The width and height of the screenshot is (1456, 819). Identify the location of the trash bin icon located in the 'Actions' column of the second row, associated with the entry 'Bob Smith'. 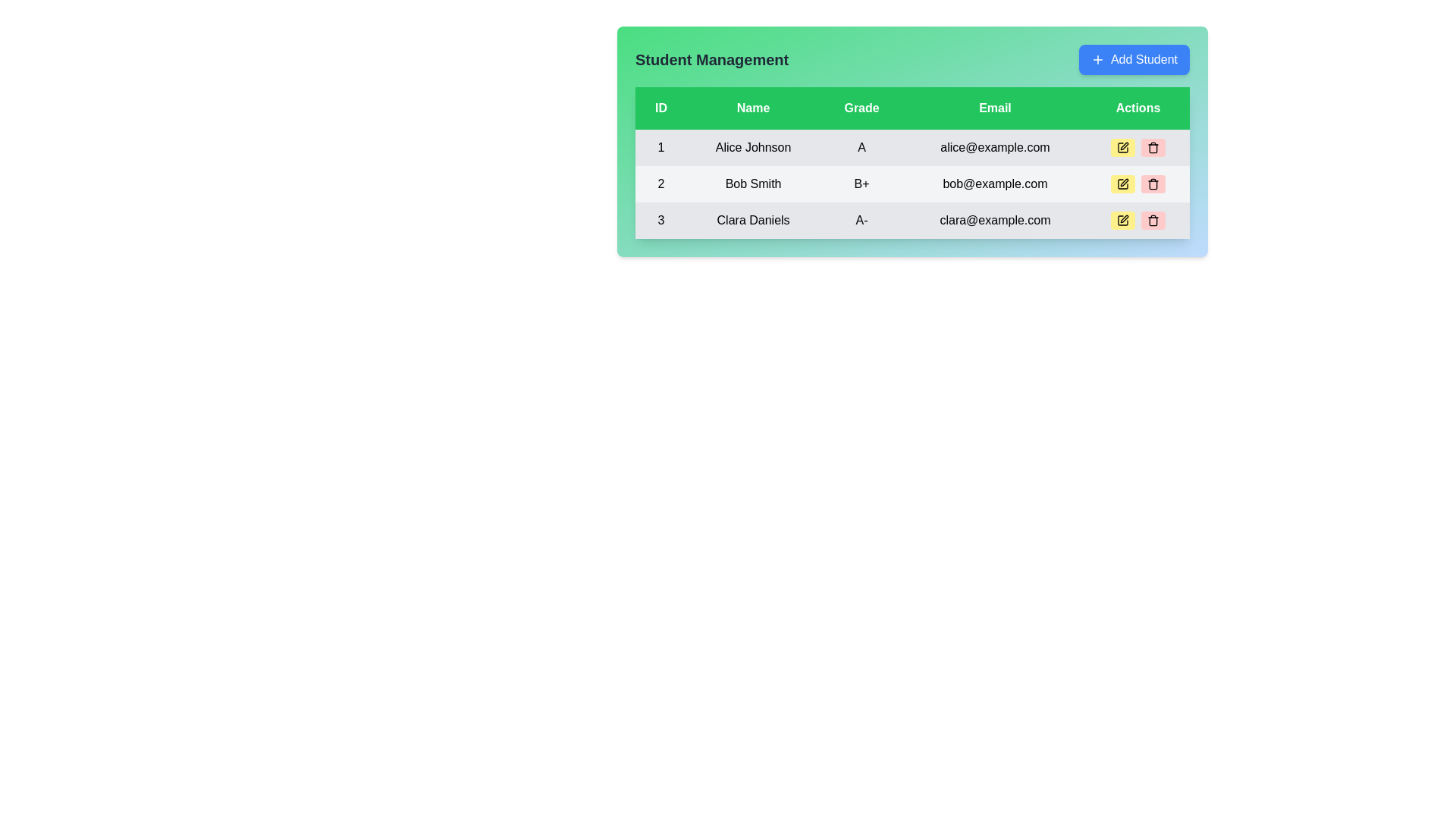
(1153, 184).